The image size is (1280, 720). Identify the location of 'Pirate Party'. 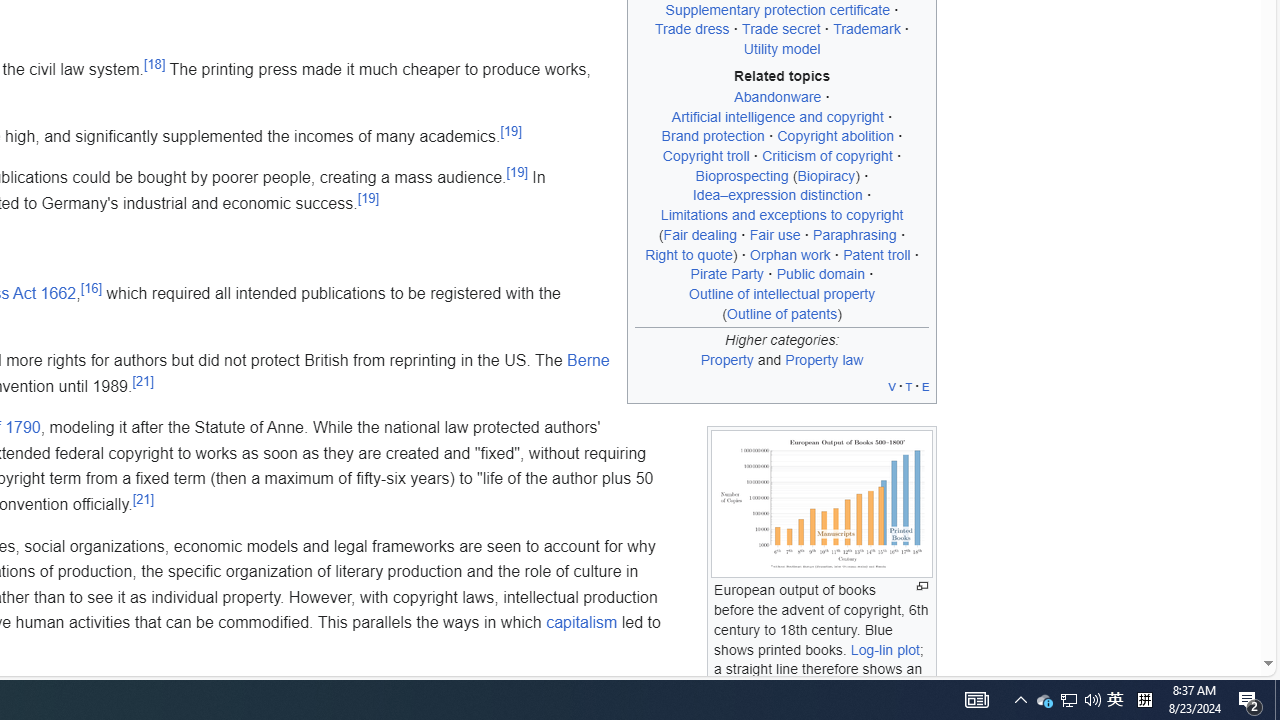
(726, 274).